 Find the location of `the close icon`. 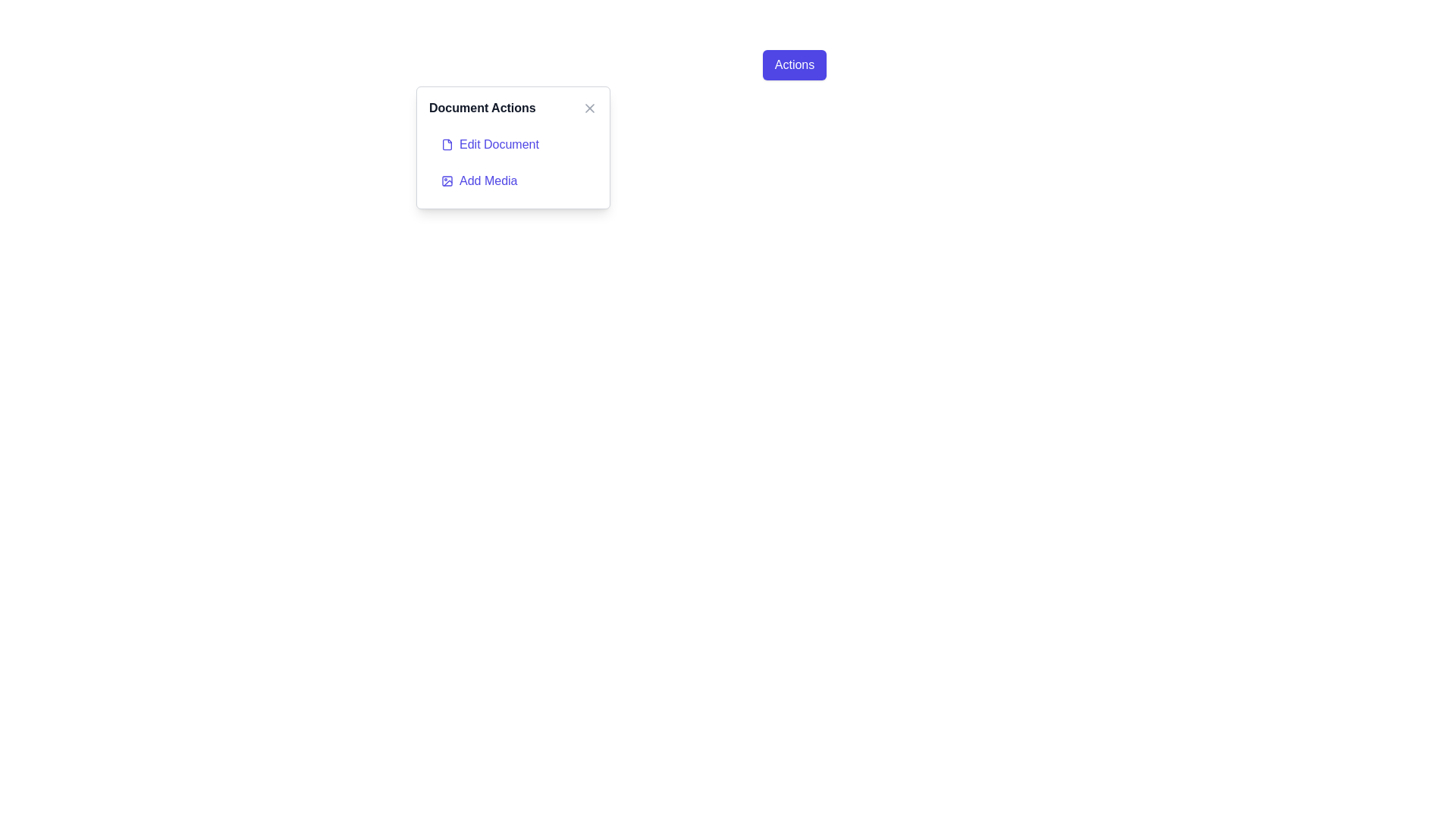

the close icon is located at coordinates (588, 107).